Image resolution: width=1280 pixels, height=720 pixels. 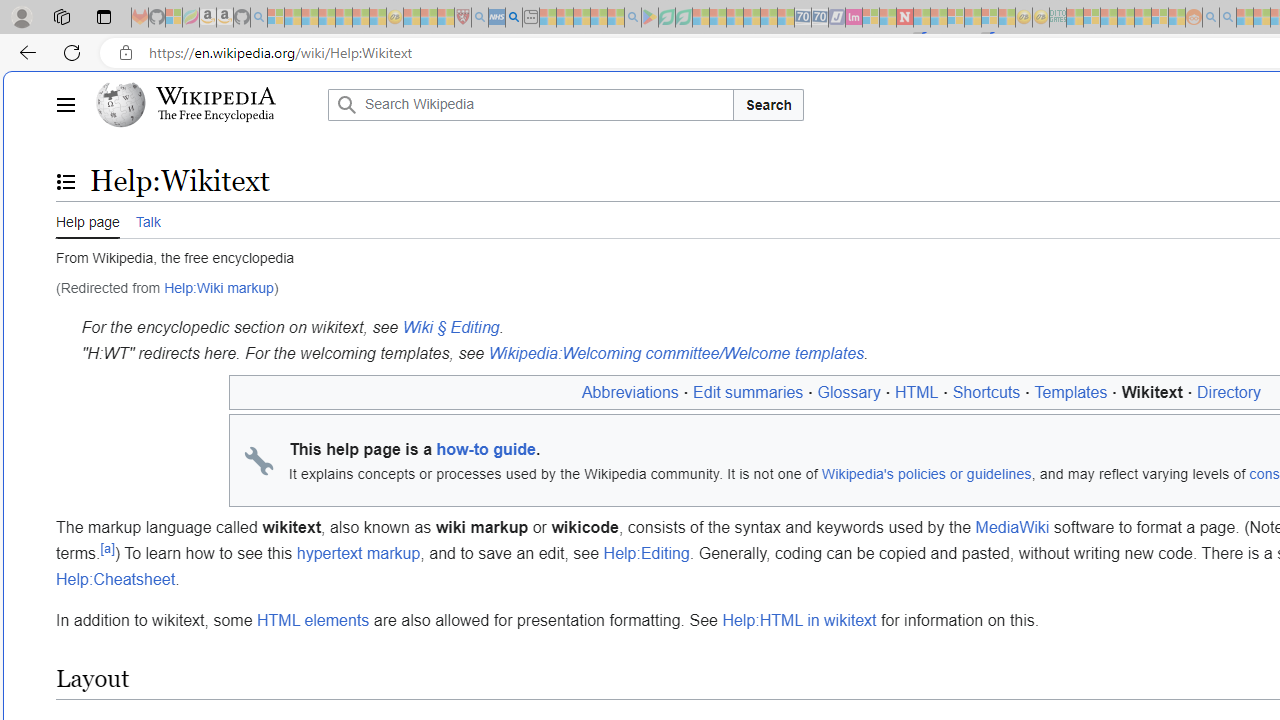 I want to click on 'Wikipedia The Free Encyclopedia', so click(x=206, y=105).